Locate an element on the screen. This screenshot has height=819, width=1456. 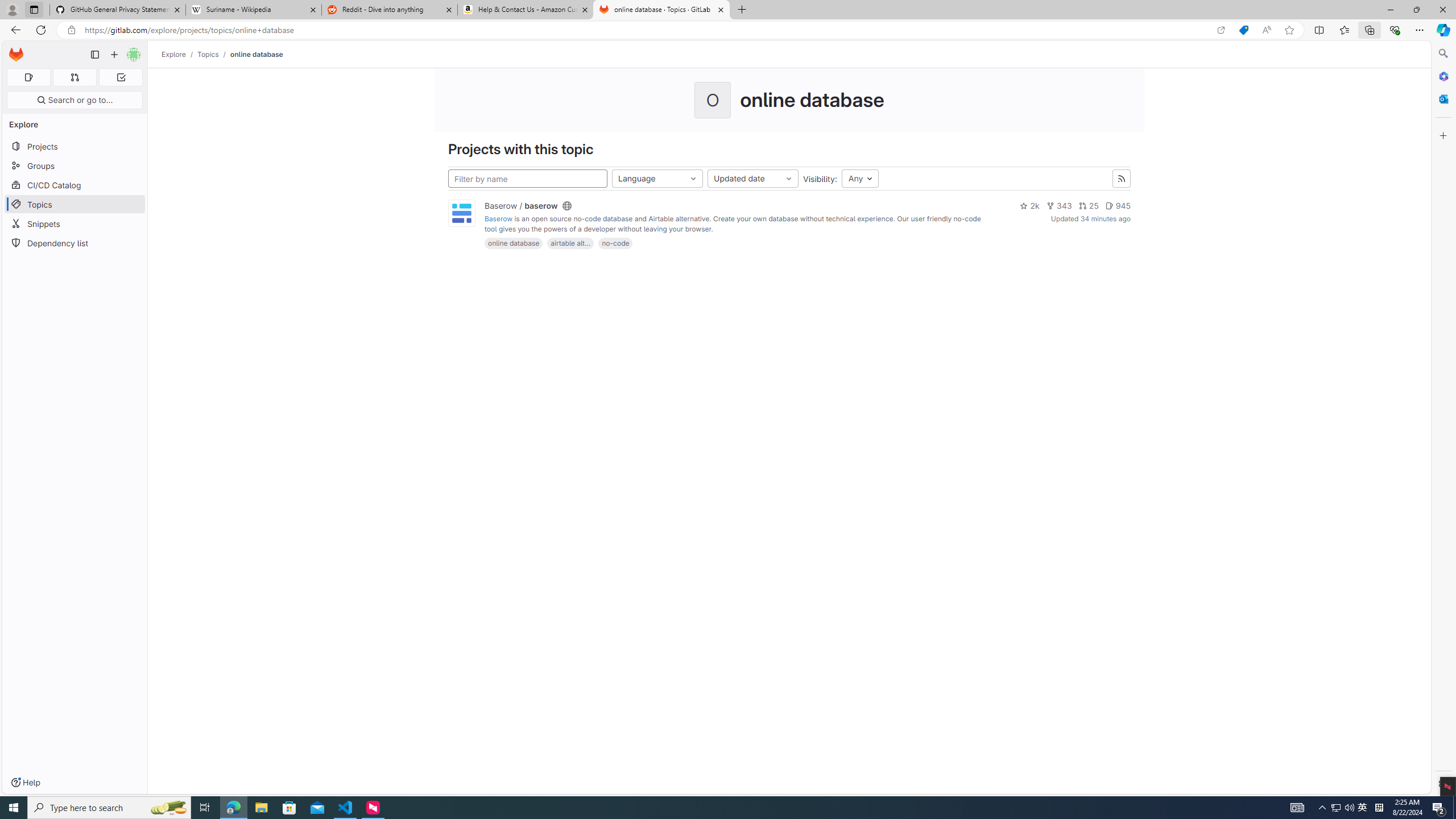
'Snippets' is located at coordinates (74, 223).